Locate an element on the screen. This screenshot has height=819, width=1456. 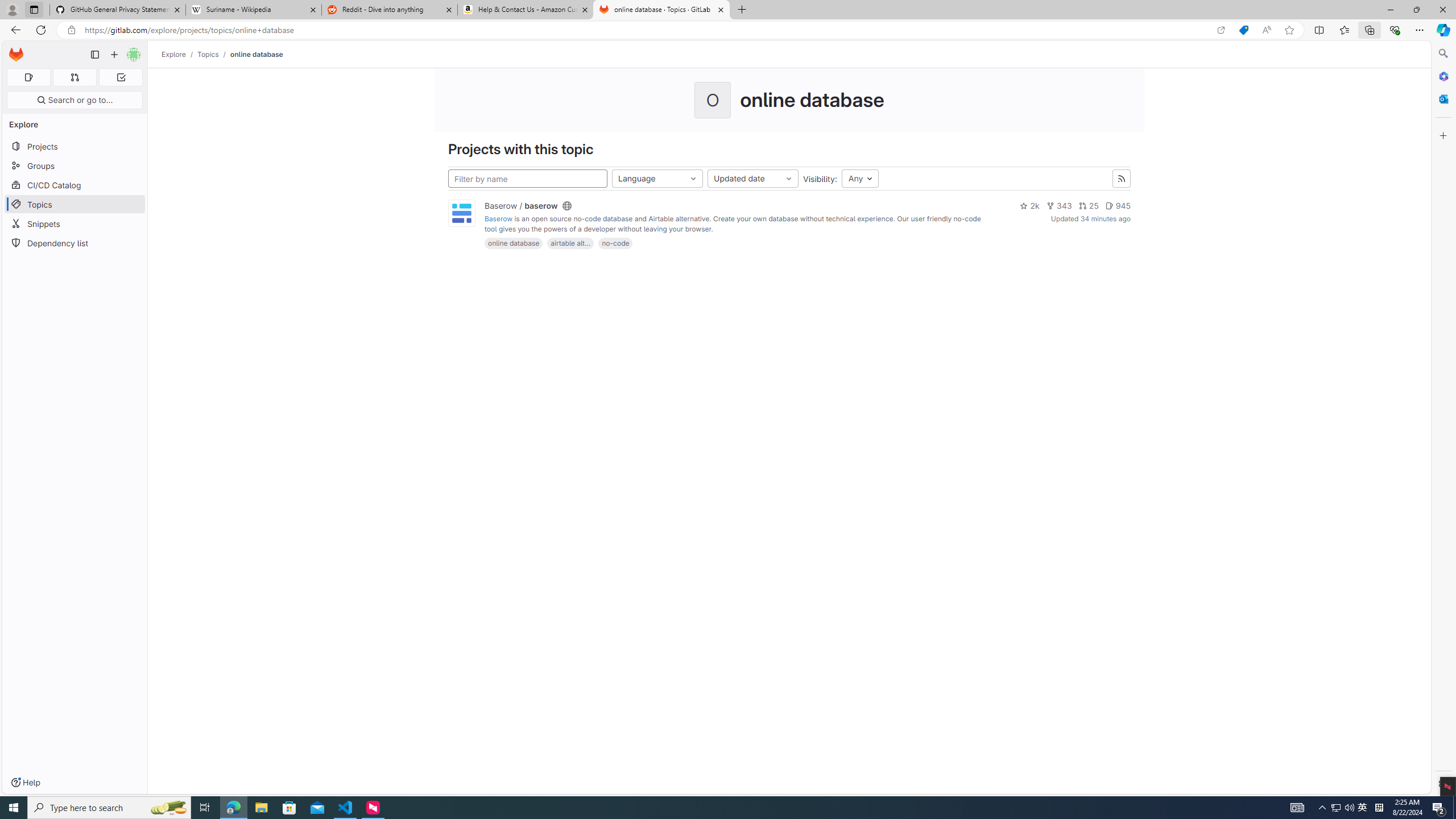
'Snippets' is located at coordinates (74, 223).